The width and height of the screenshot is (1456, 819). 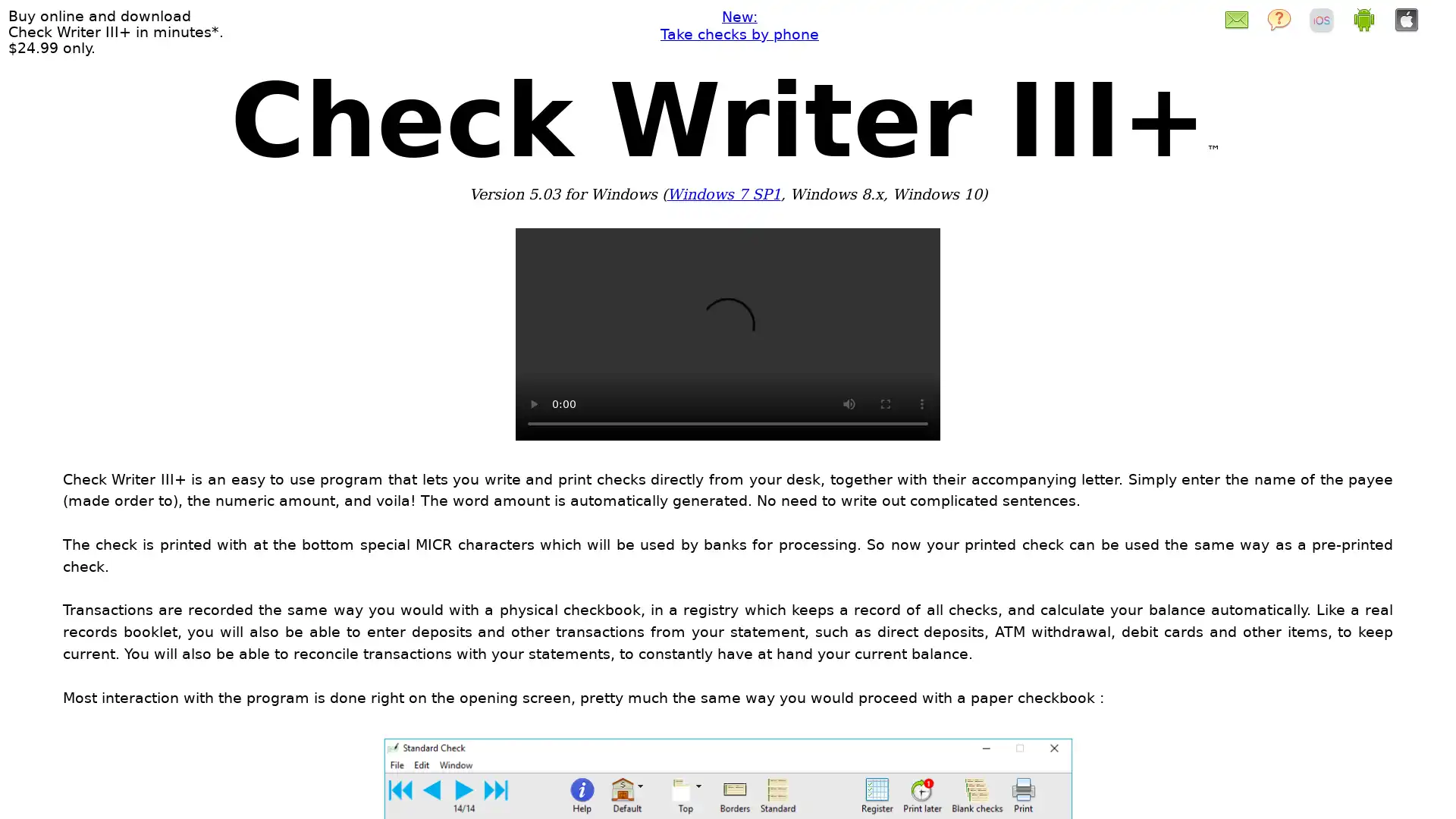 What do you see at coordinates (534, 403) in the screenshot?
I see `play` at bounding box center [534, 403].